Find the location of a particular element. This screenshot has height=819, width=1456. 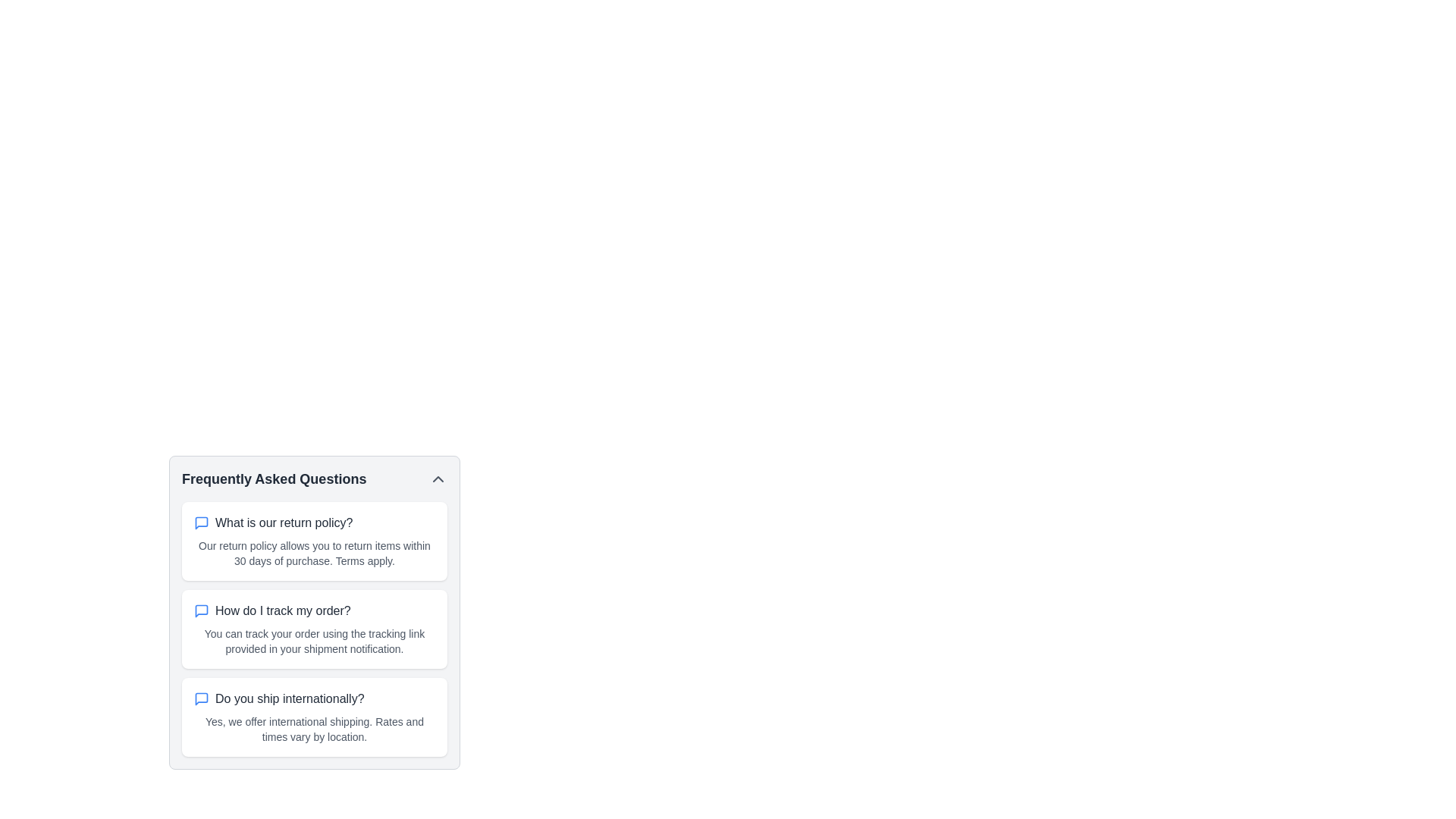

the chevron icon located at the top-right corner of the 'Frequently Asked Questions' section is located at coordinates (437, 479).